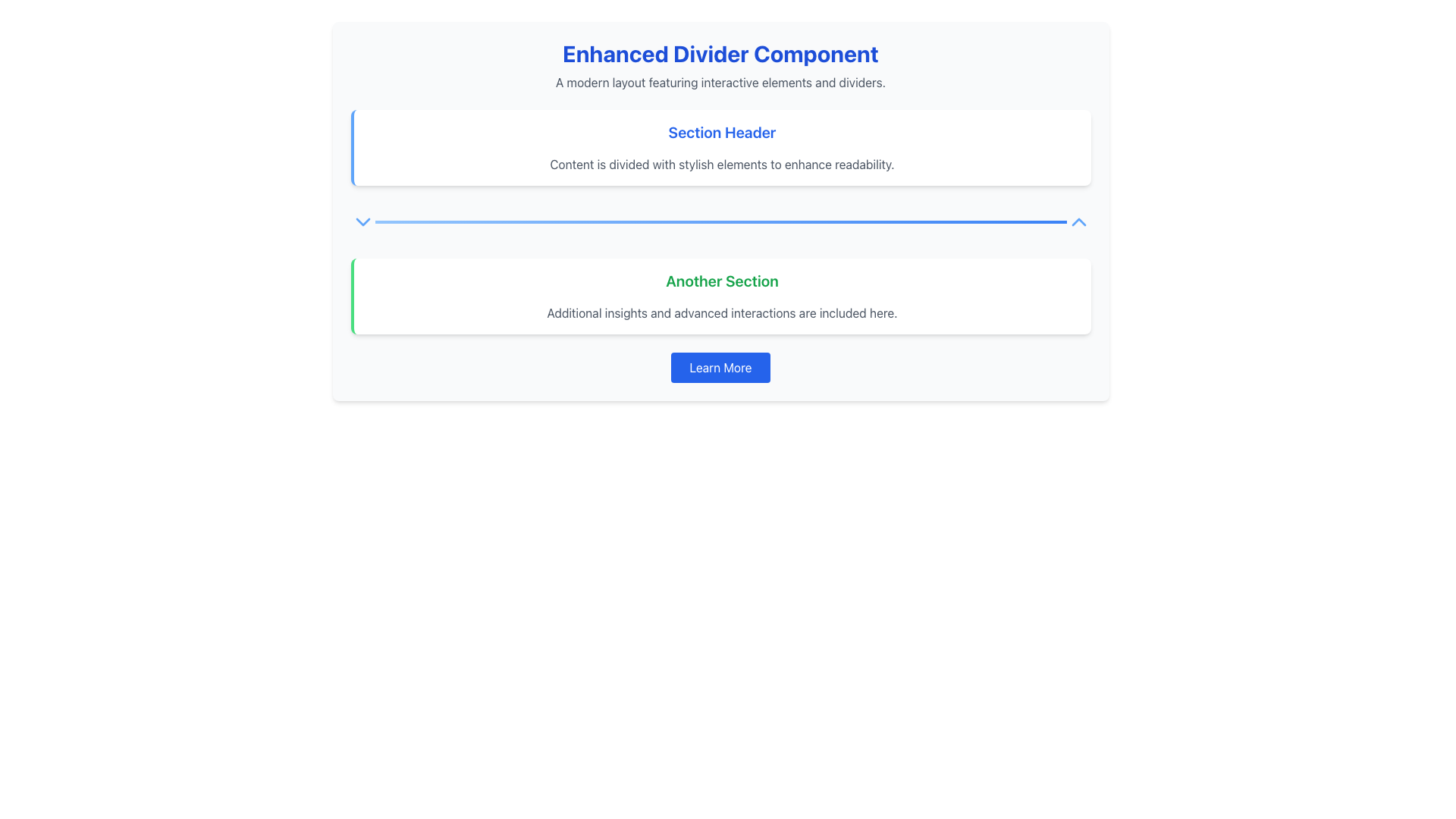 The image size is (1456, 819). What do you see at coordinates (720, 222) in the screenshot?
I see `the Divider element that visually separates the 'Section Header' and 'Another Section' in the layout` at bounding box center [720, 222].